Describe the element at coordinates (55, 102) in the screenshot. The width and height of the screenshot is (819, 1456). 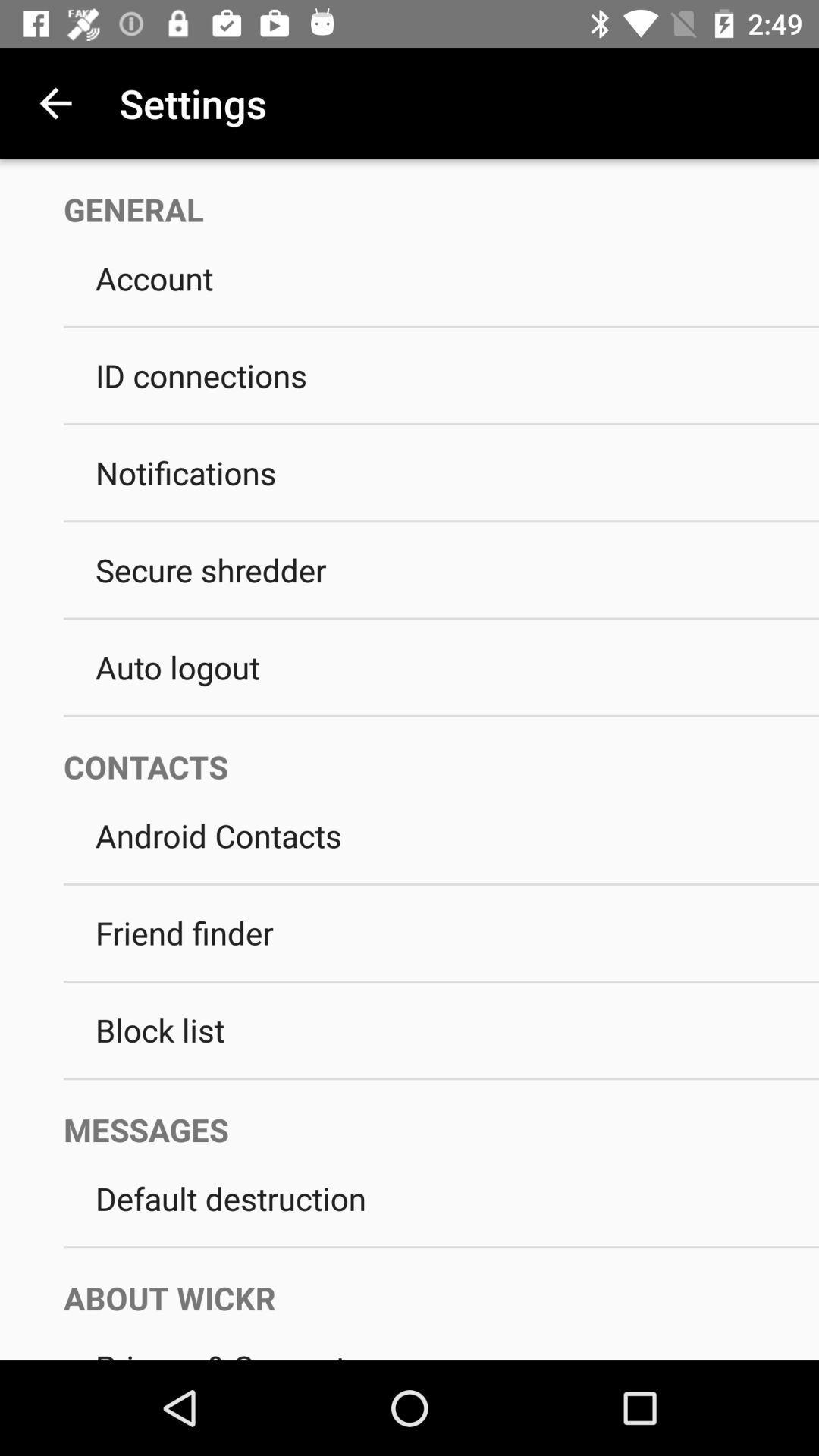
I see `icon next to settings app` at that location.